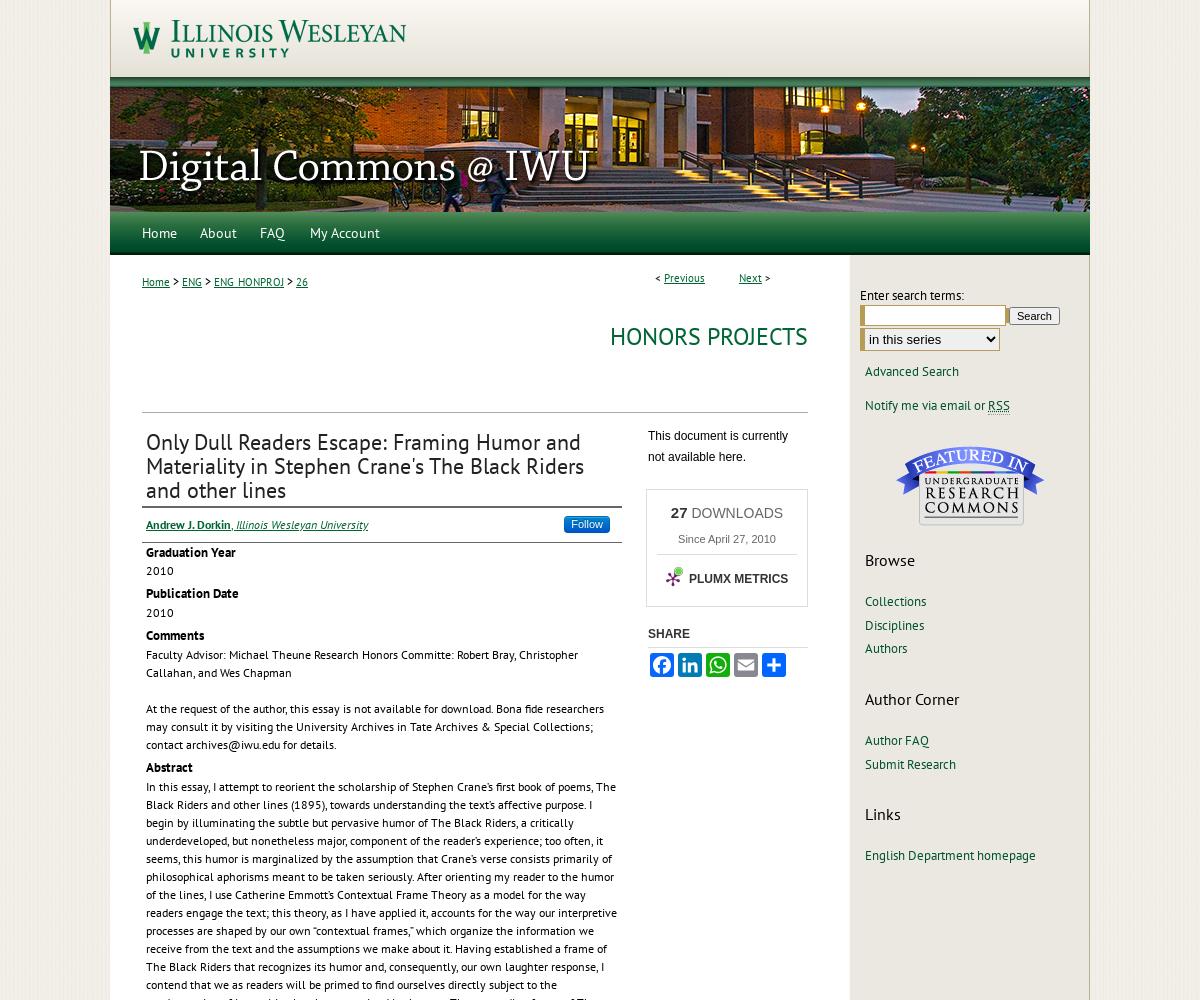  I want to click on 'Illinois Wesleyan University', so click(302, 523).